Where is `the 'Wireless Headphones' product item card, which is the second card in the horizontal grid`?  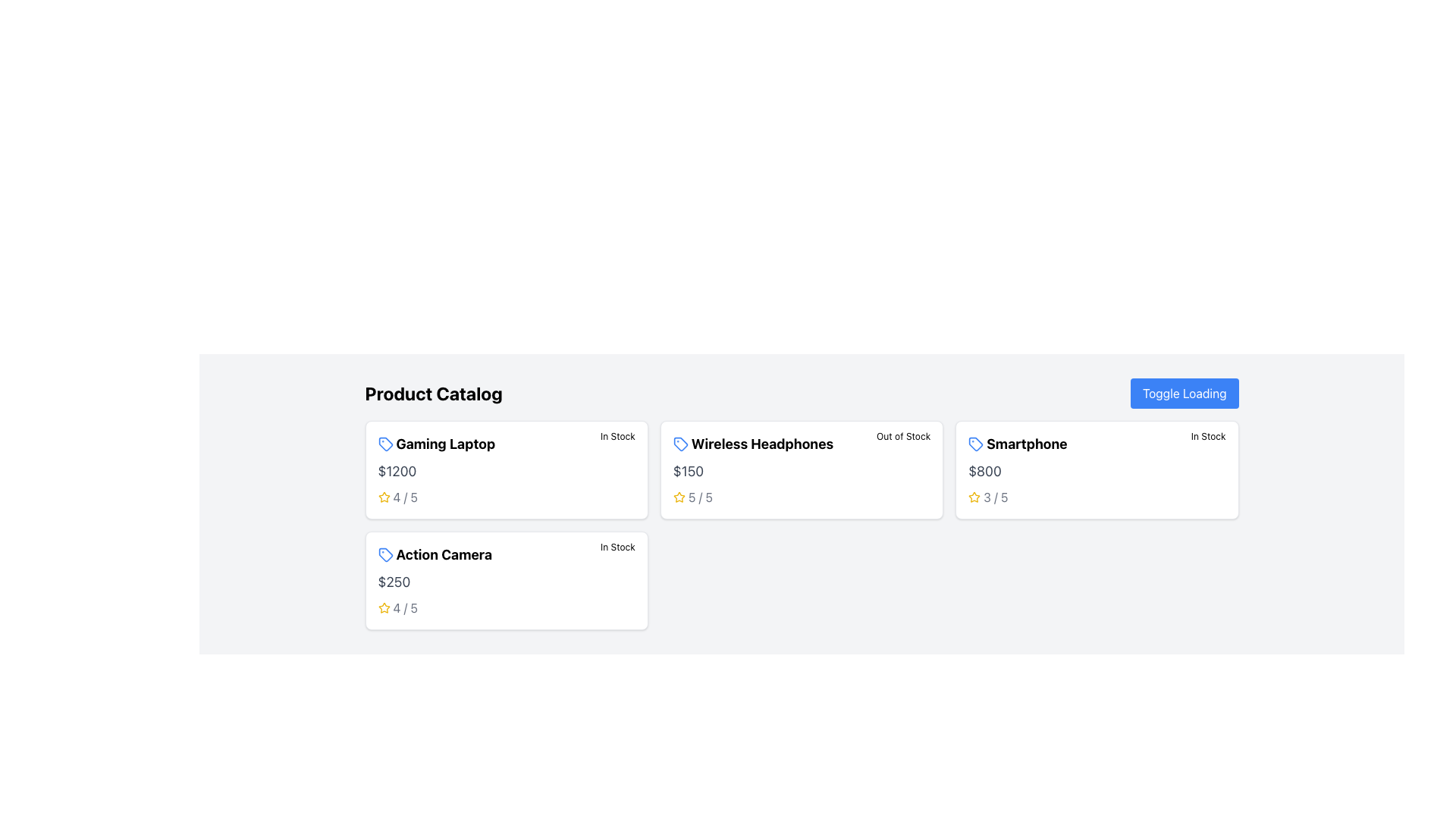
the 'Wireless Headphones' product item card, which is the second card in the horizontal grid is located at coordinates (801, 469).